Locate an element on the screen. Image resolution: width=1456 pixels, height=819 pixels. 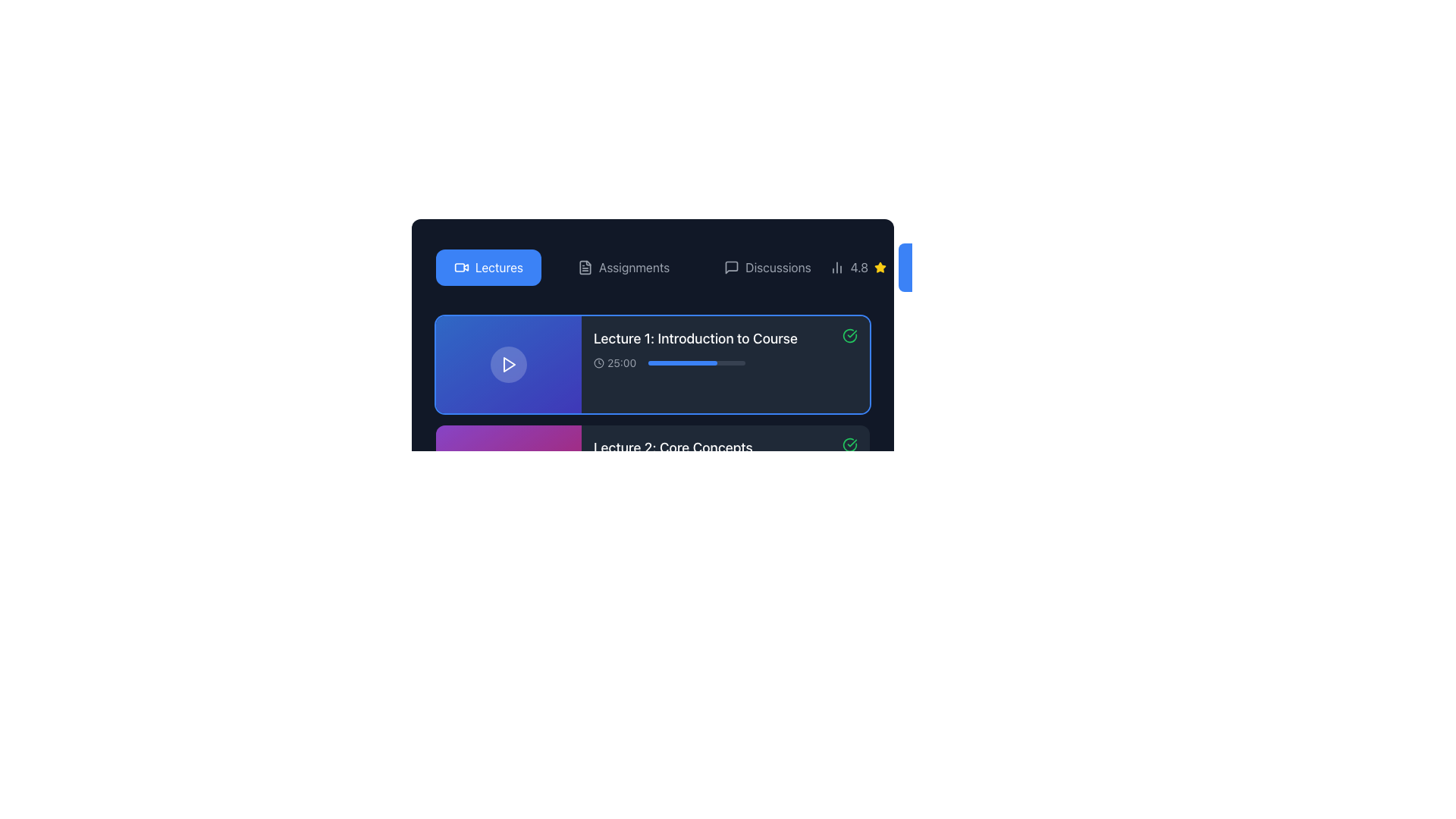
the progress indicator part of the progress bar, which visually represents a fraction of progress and is located towards the left side of the gray bar is located at coordinates (655, 581).